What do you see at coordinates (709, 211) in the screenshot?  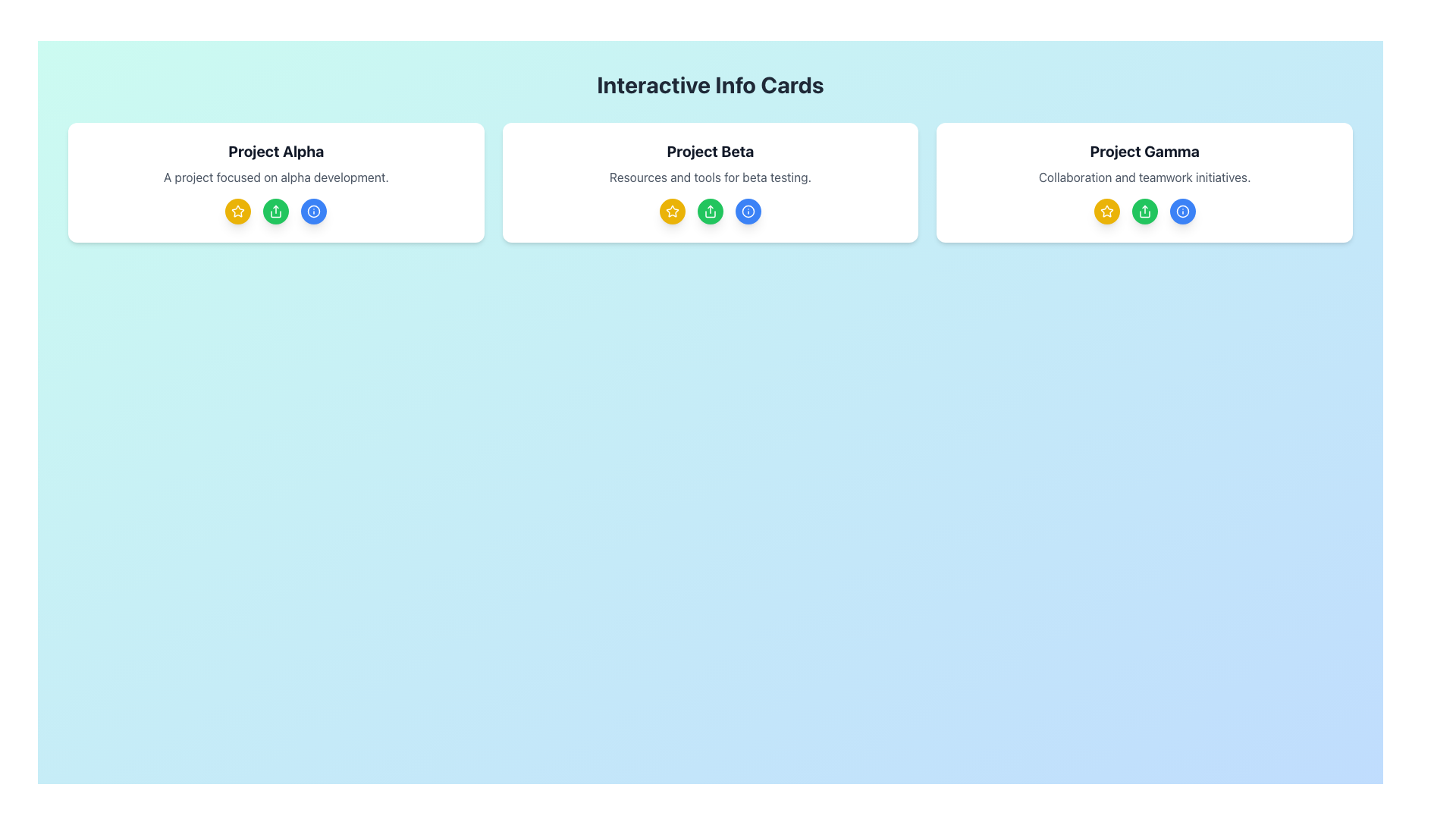 I see `the Share icon button, which is the second action button from the left within the green circular button on the 'Project Beta' UI card, to share the associated content` at bounding box center [709, 211].